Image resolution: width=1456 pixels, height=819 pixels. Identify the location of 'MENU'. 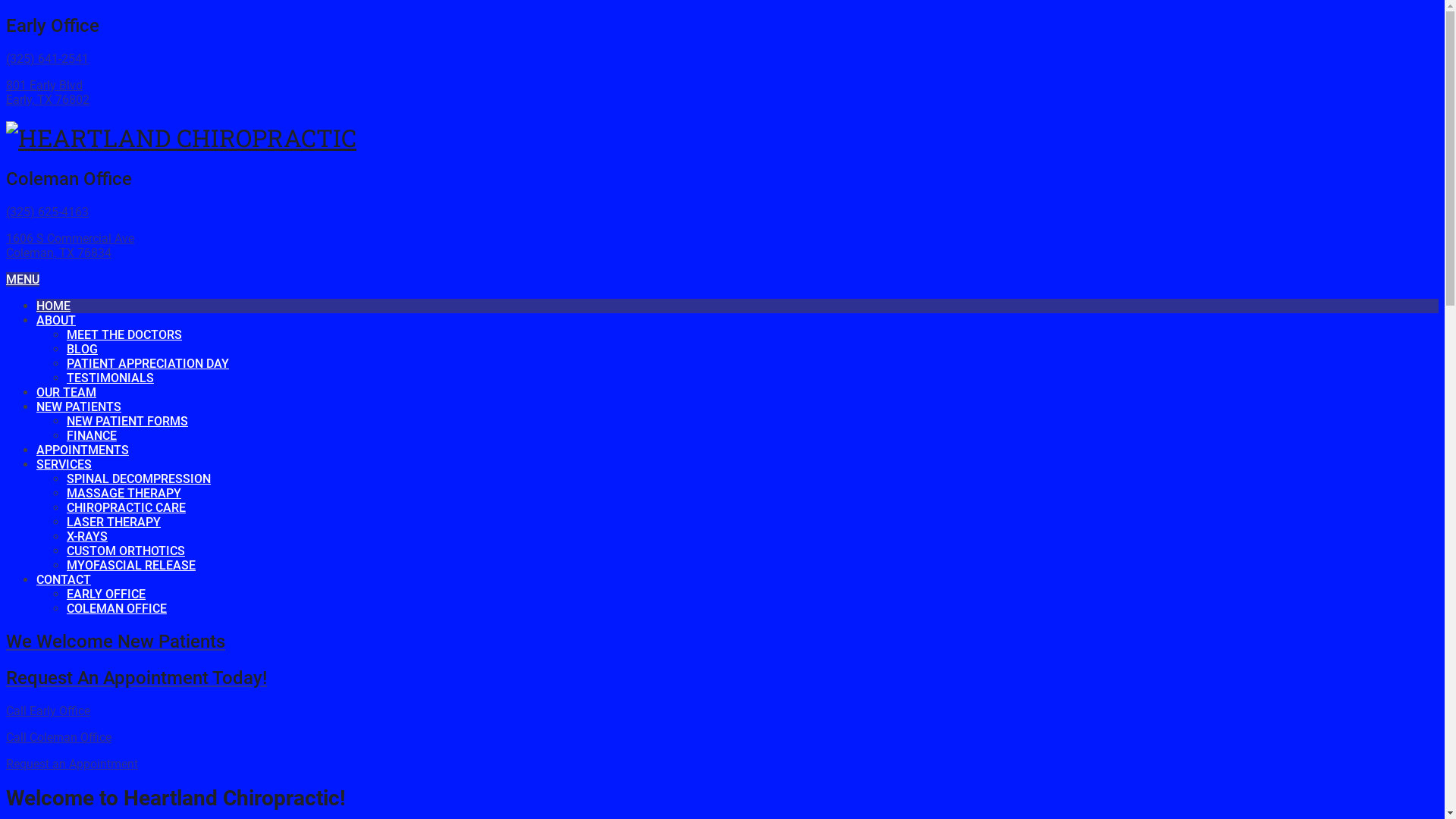
(22, 279).